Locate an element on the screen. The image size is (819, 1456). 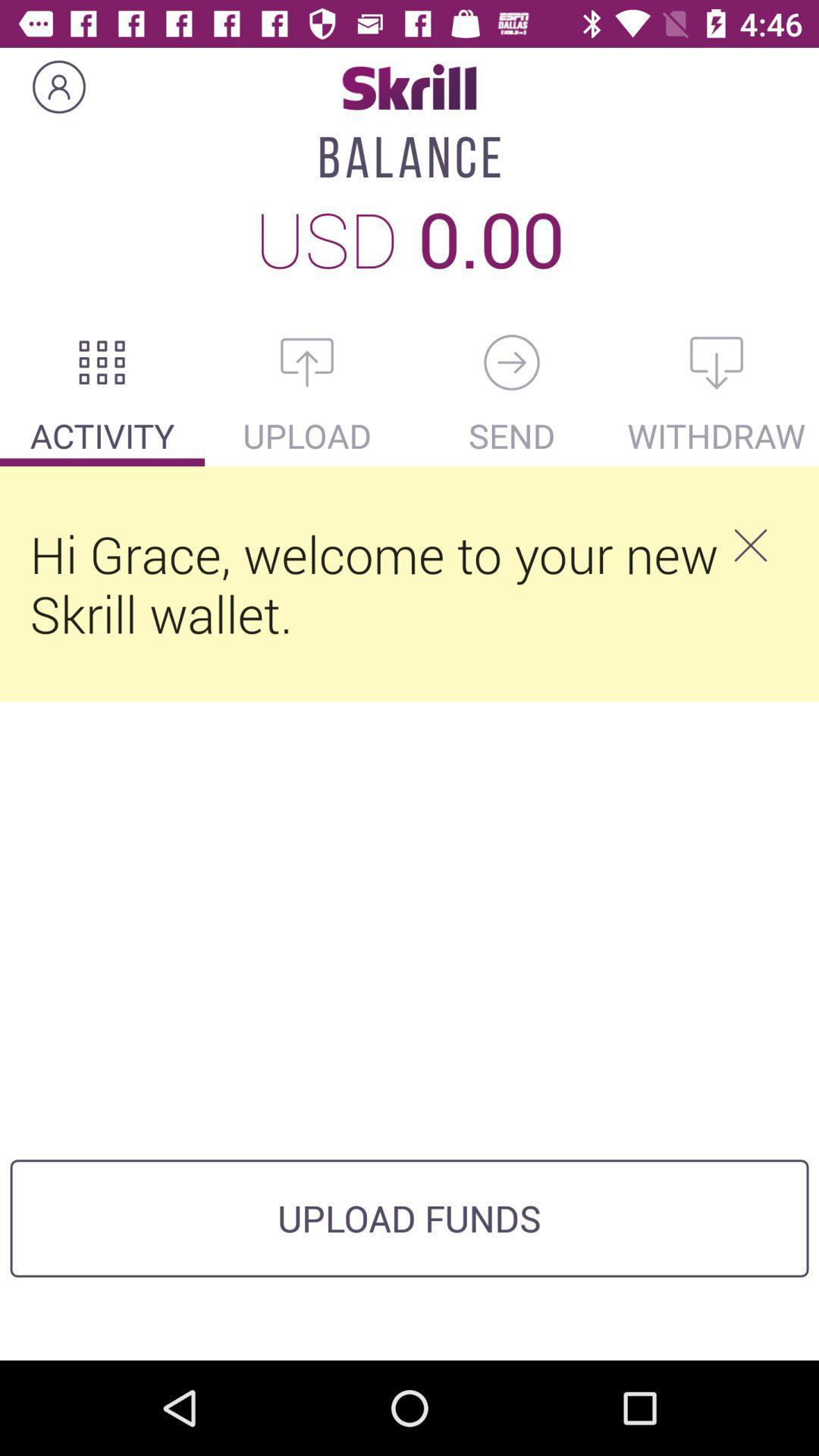
withdraw option is located at coordinates (717, 362).